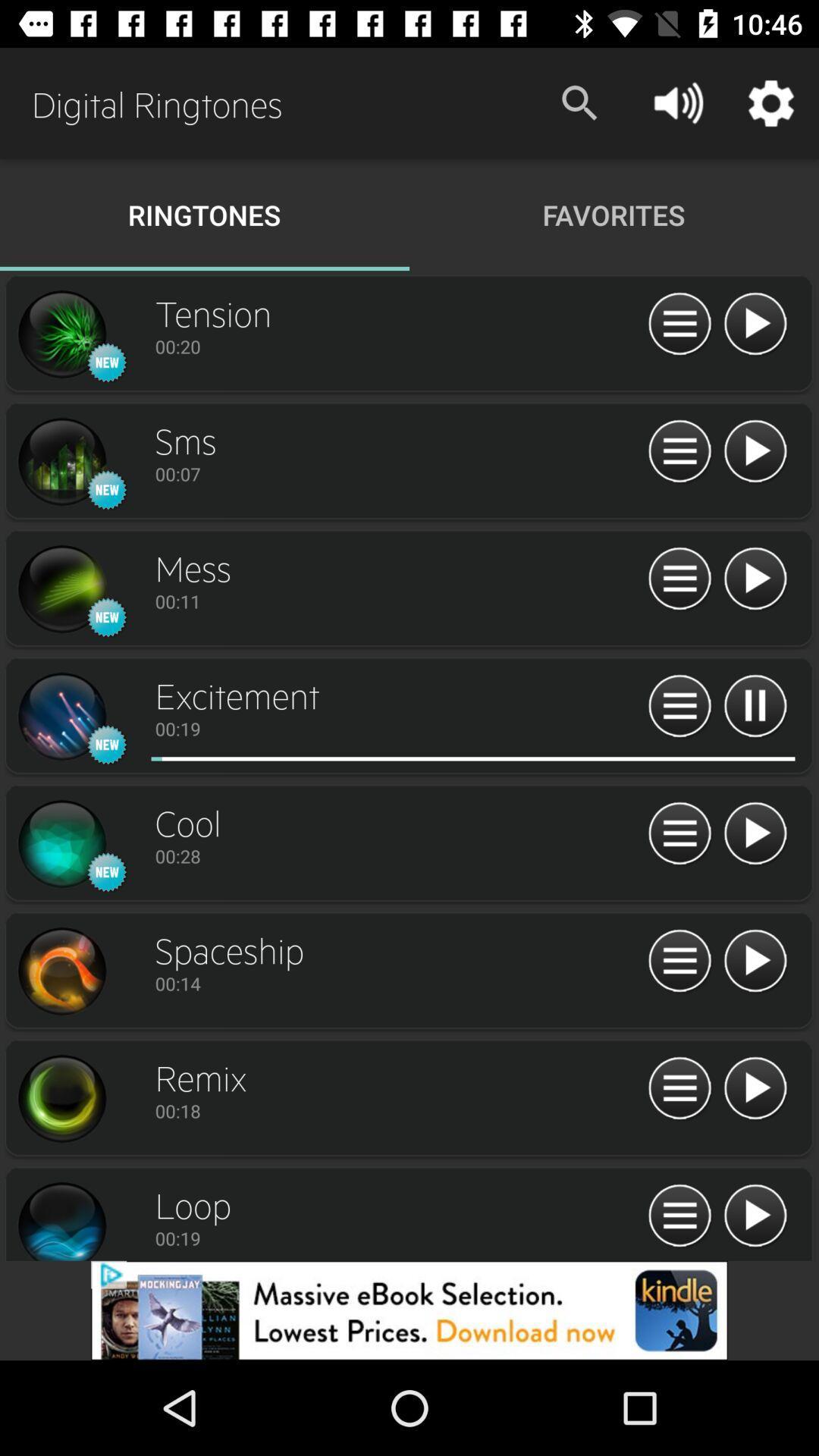 Image resolution: width=819 pixels, height=1456 pixels. I want to click on red mark, so click(403, 758).